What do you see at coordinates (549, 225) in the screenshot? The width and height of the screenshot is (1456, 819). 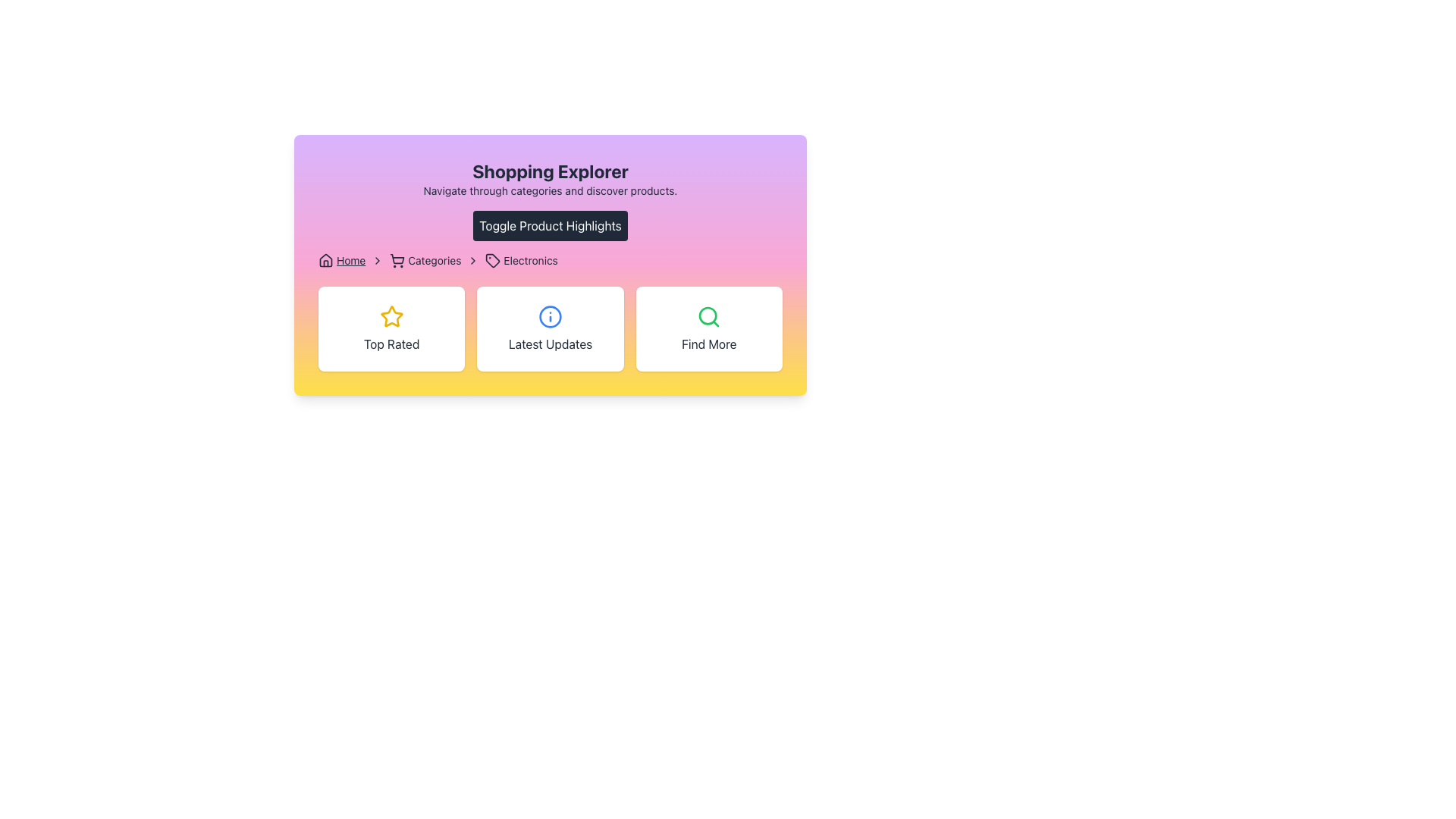 I see `the 'Toggle Product Highlights' button, which is a rectangular button with a dark gray background and white text, to potentially display a tooltip` at bounding box center [549, 225].